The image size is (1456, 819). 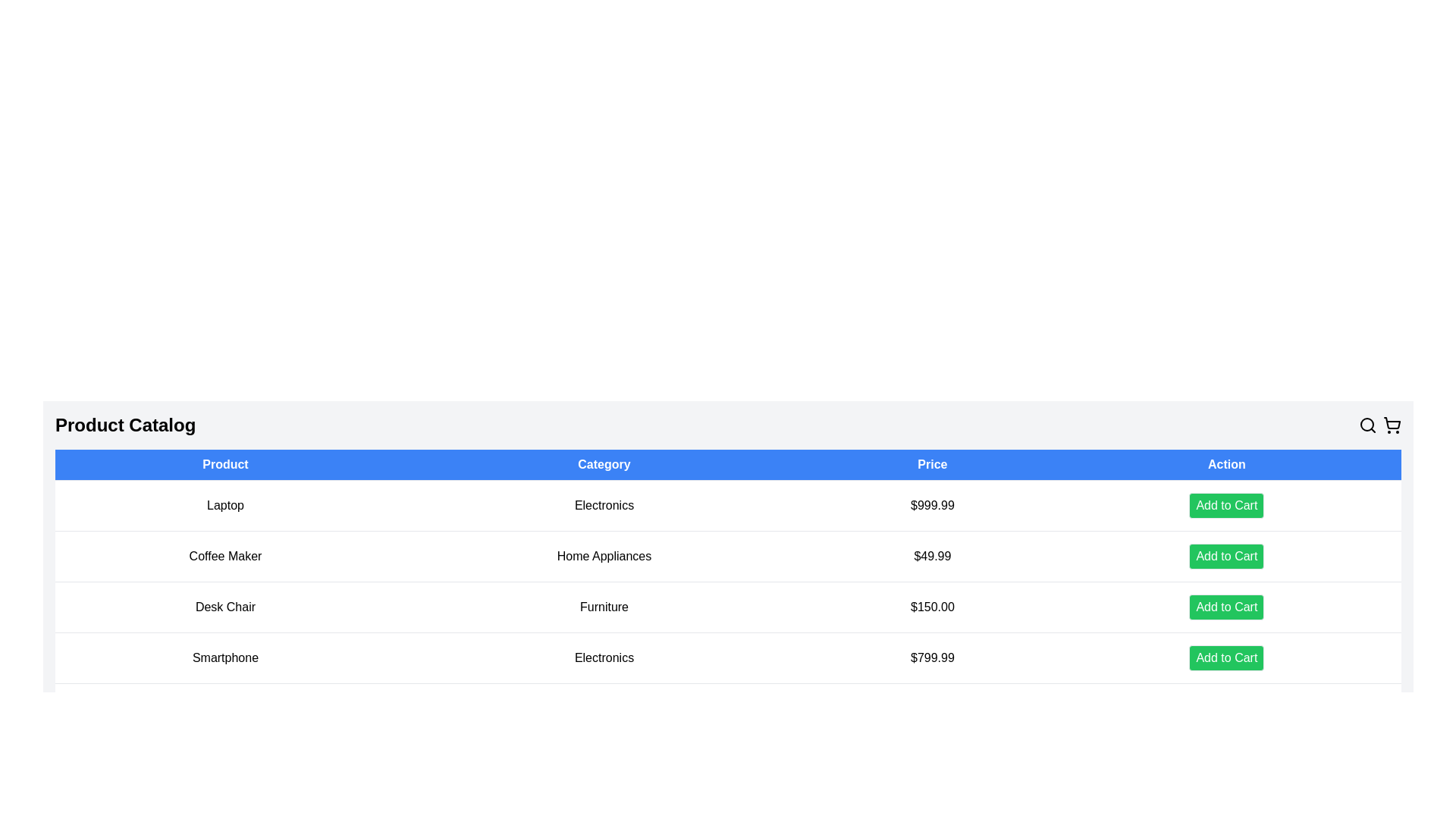 What do you see at coordinates (603, 506) in the screenshot?
I see `text displayed in the 'Electronics' text label, which is styled in a clean sans-serif typeface and is located in the second column of the table under the header row` at bounding box center [603, 506].